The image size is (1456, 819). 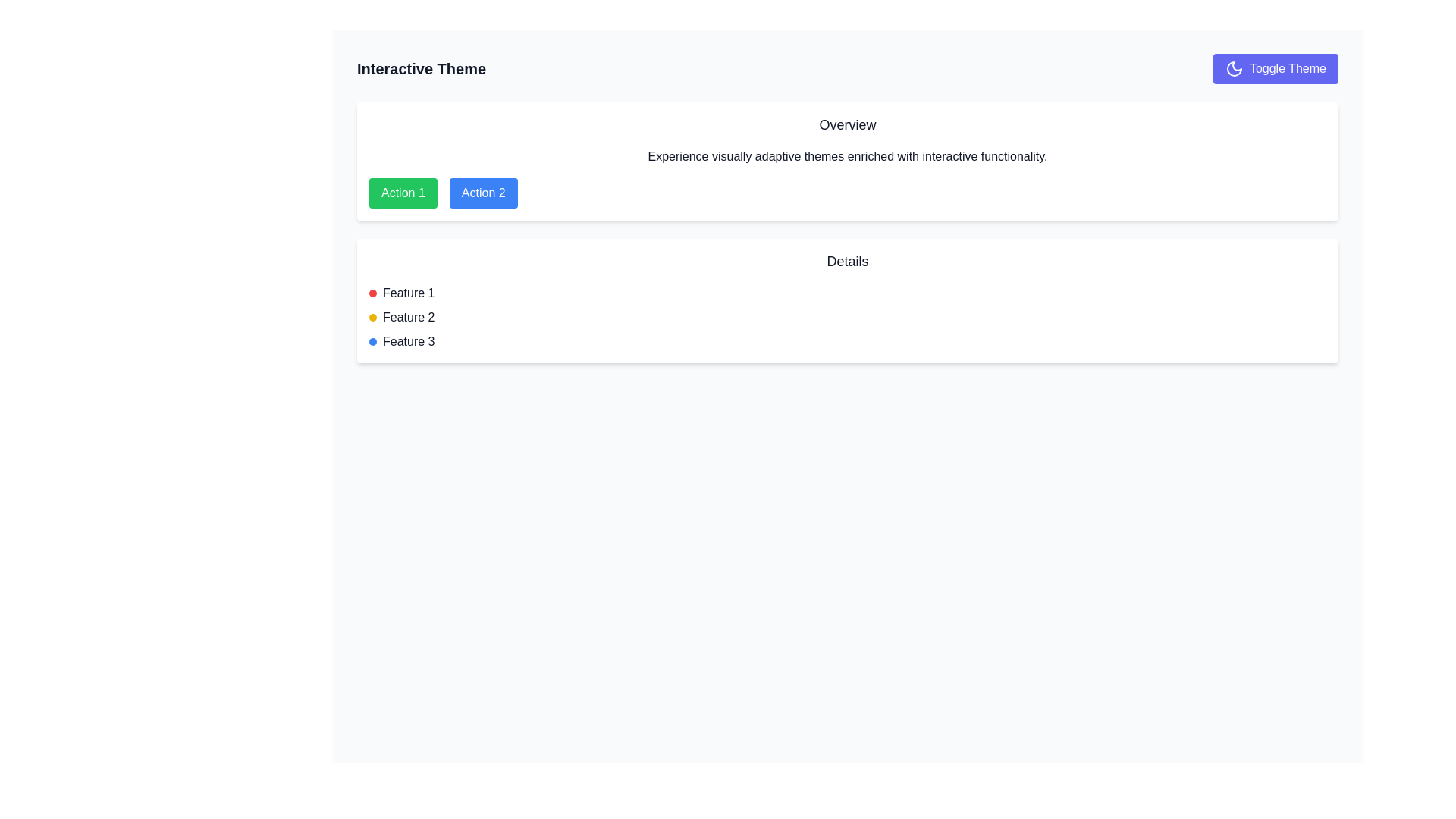 What do you see at coordinates (372, 342) in the screenshot?
I see `the decorative dot indicating the presence of 'Feature 3' located to the left of the text in the 'Details' section` at bounding box center [372, 342].